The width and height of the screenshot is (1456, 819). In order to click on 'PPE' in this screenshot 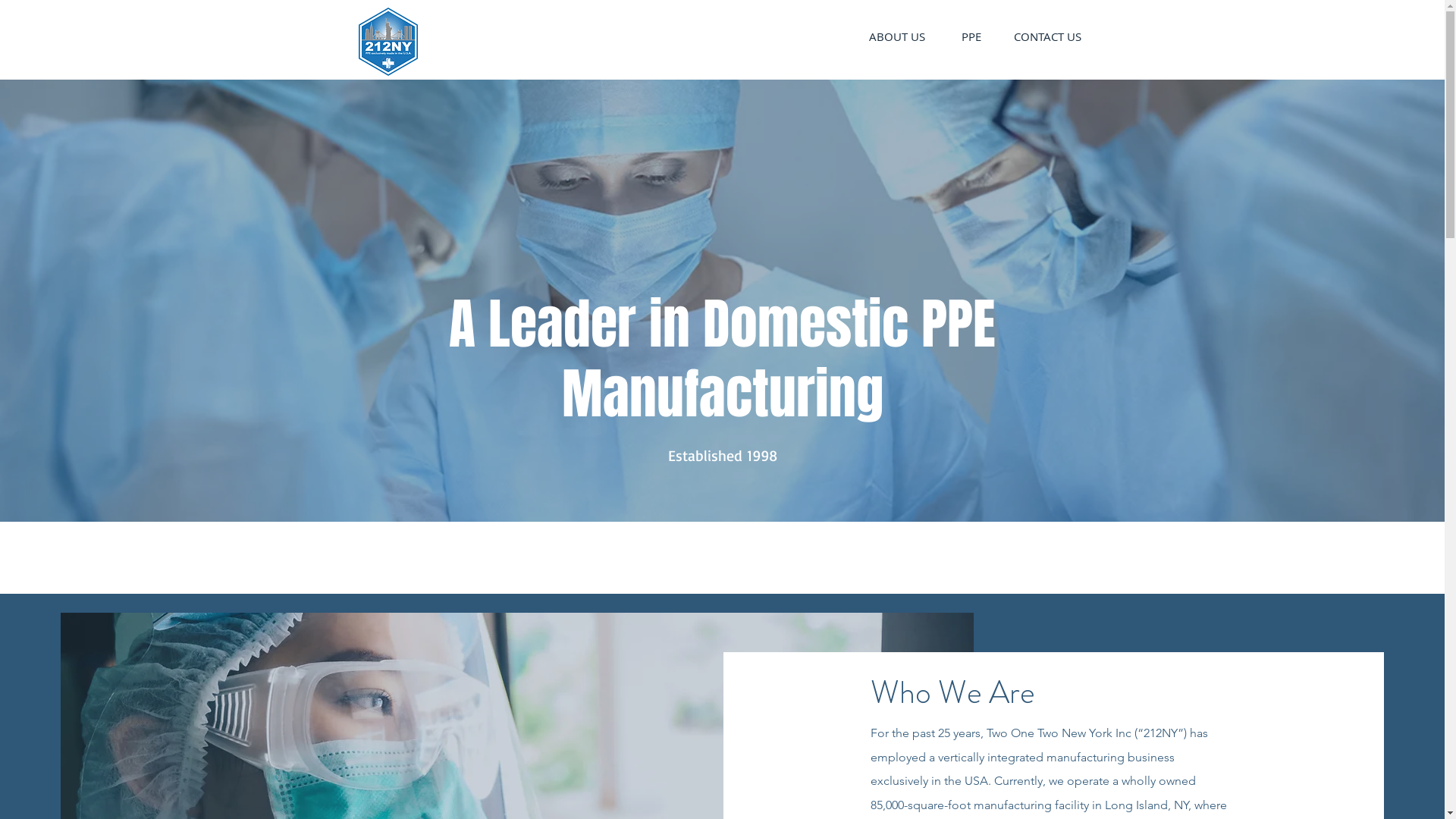, I will do `click(971, 35)`.